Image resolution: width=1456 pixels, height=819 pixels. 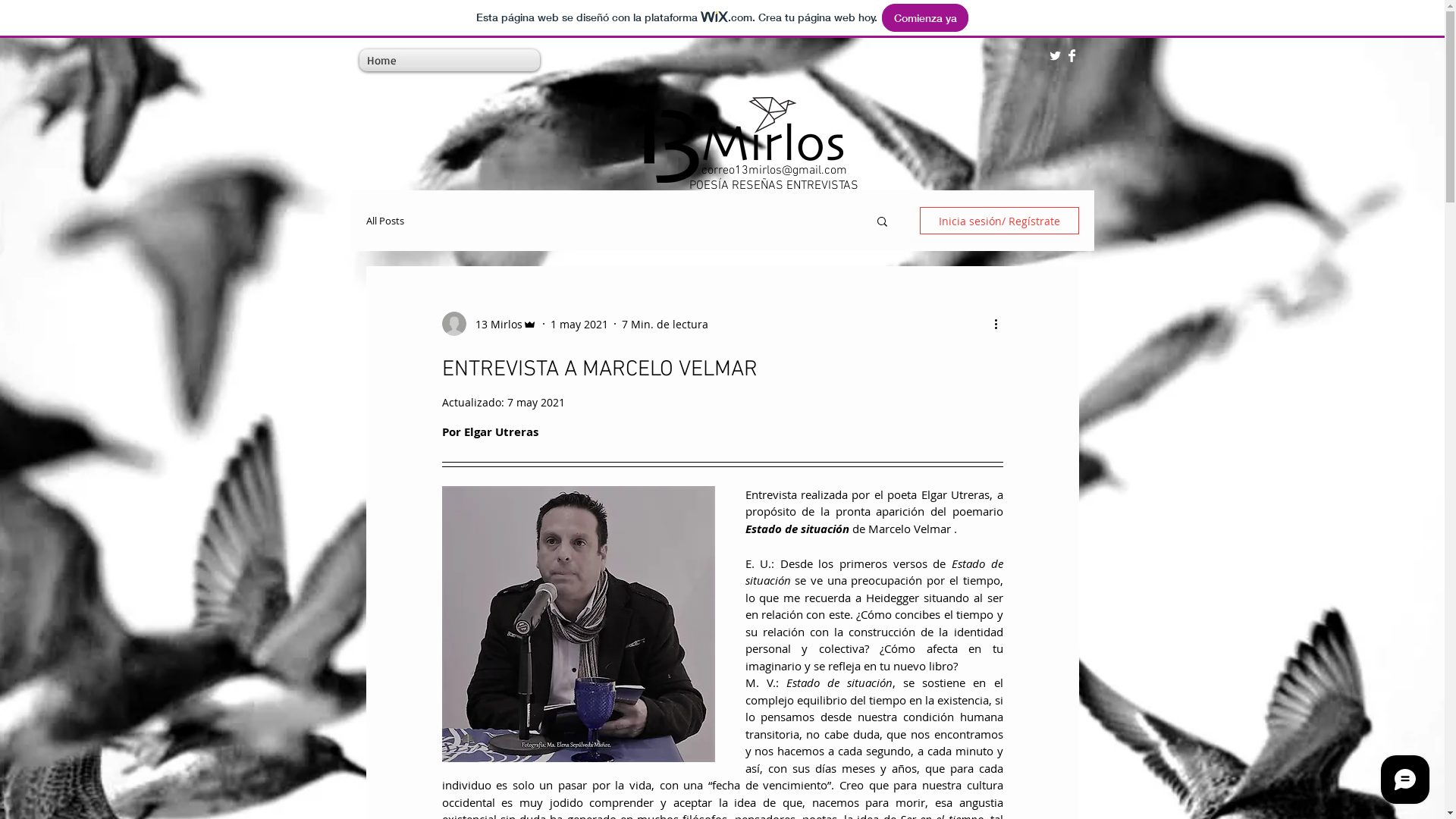 I want to click on 'Home', so click(x=381, y=59).